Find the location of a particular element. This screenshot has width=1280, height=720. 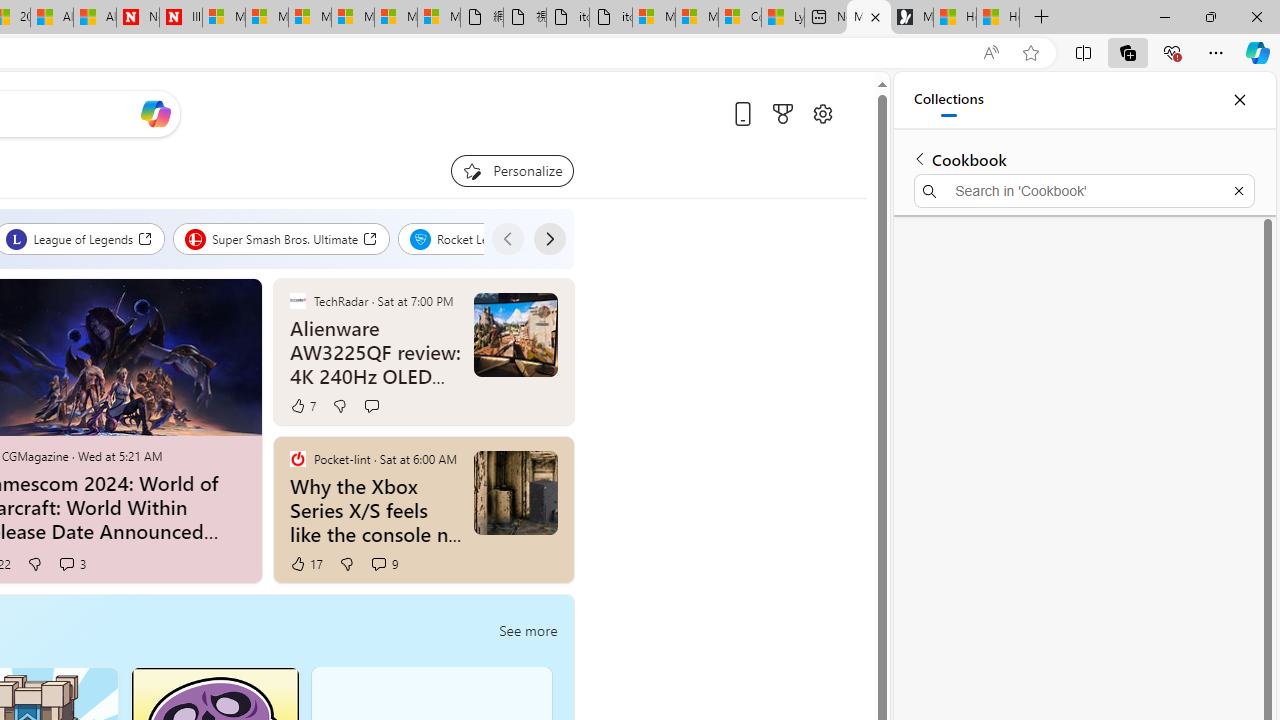

'17 Like' is located at coordinates (305, 564).